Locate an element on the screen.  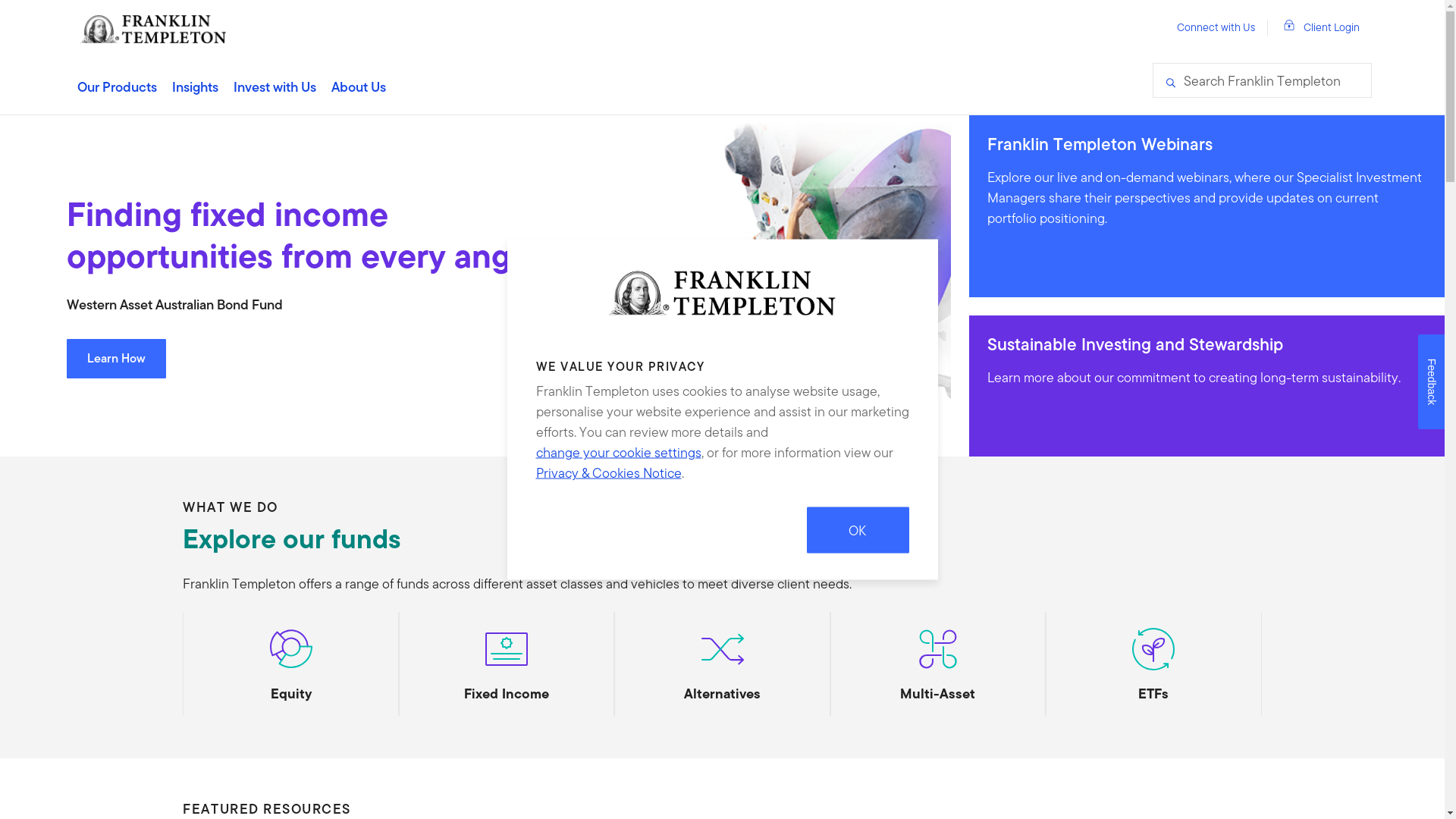
'Invest with Us' is located at coordinates (275, 86).